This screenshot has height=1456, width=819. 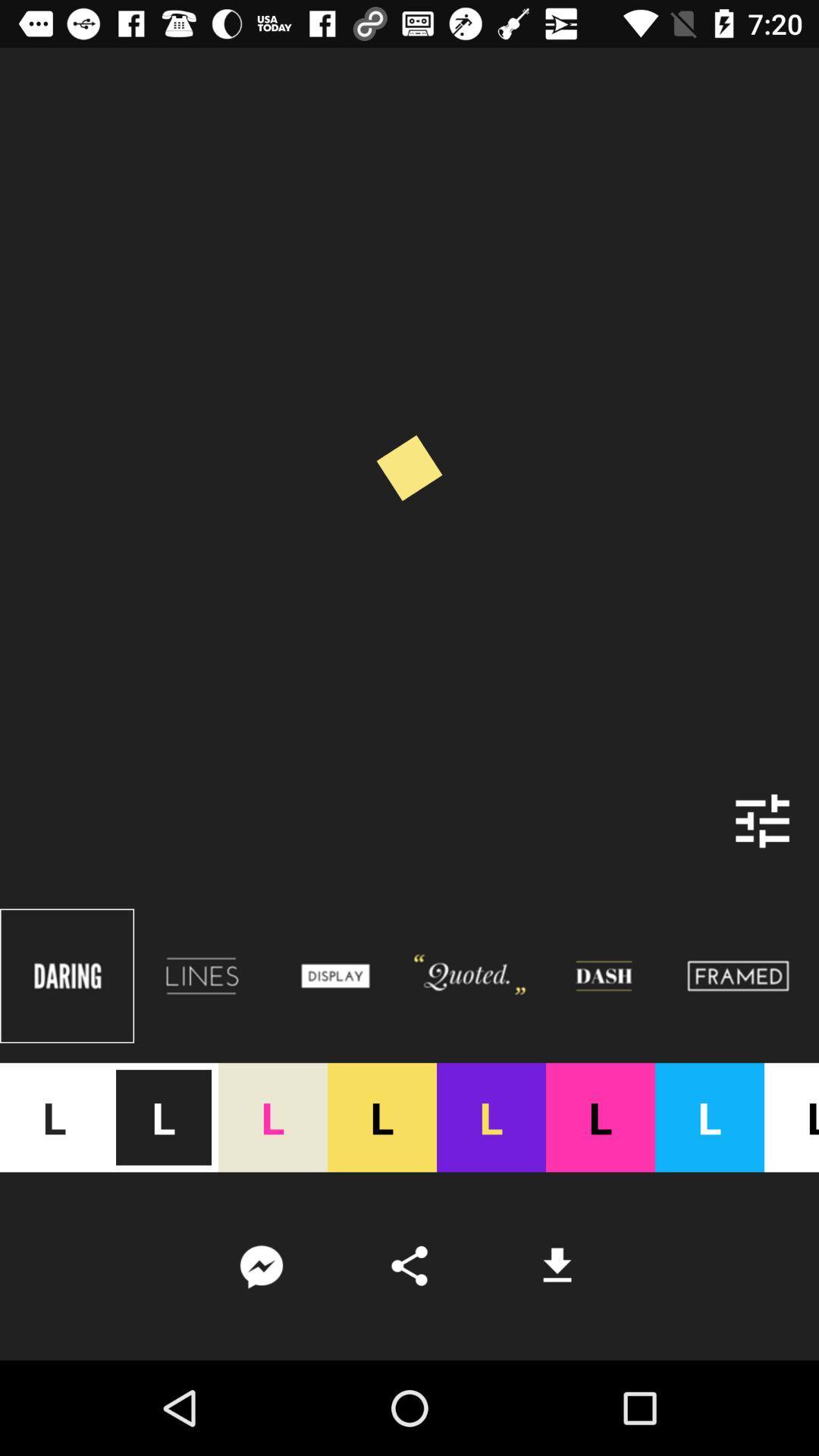 What do you see at coordinates (763, 821) in the screenshot?
I see `the sliders icon` at bounding box center [763, 821].